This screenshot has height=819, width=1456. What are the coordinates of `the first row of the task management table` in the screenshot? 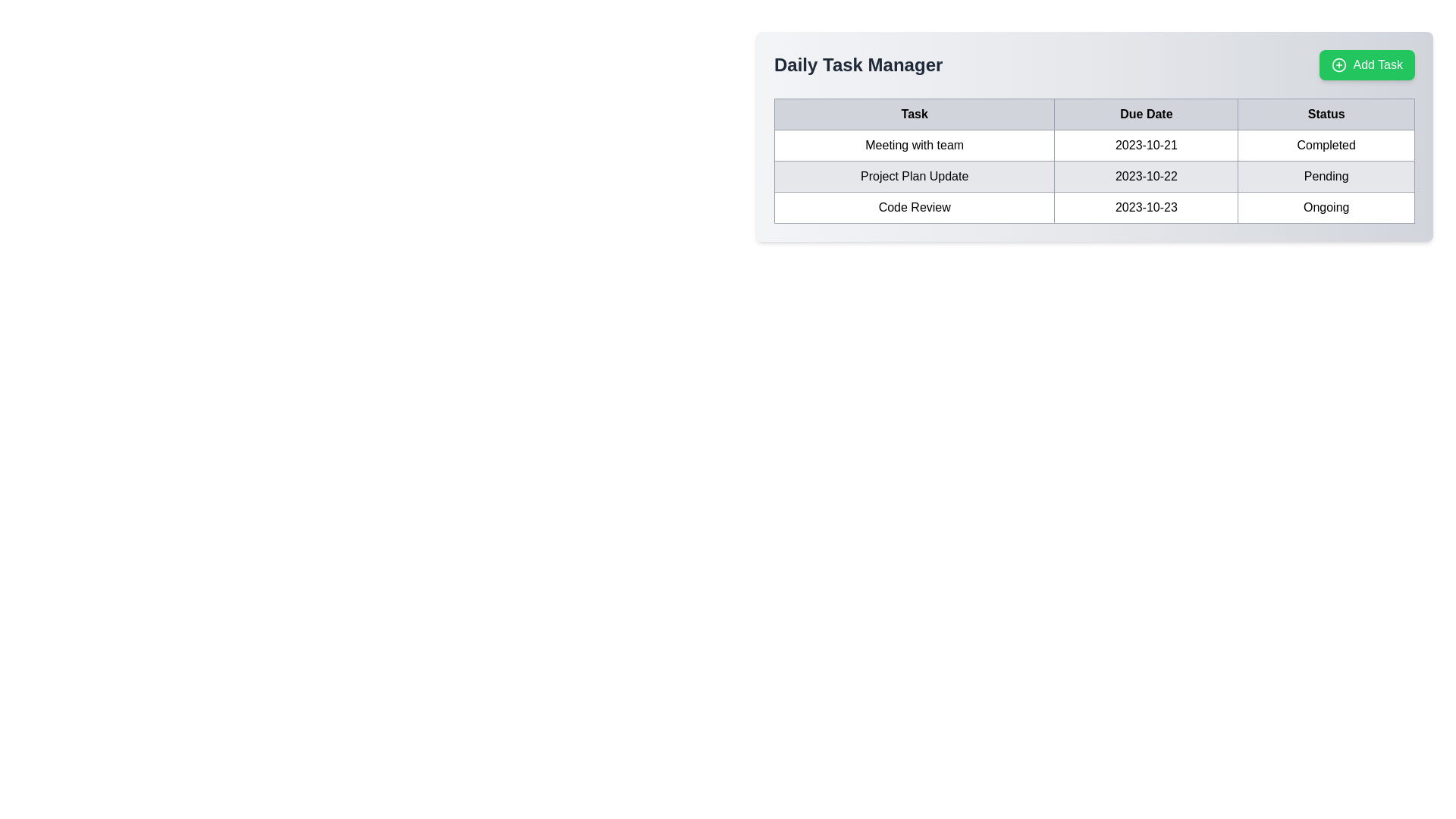 It's located at (1094, 136).